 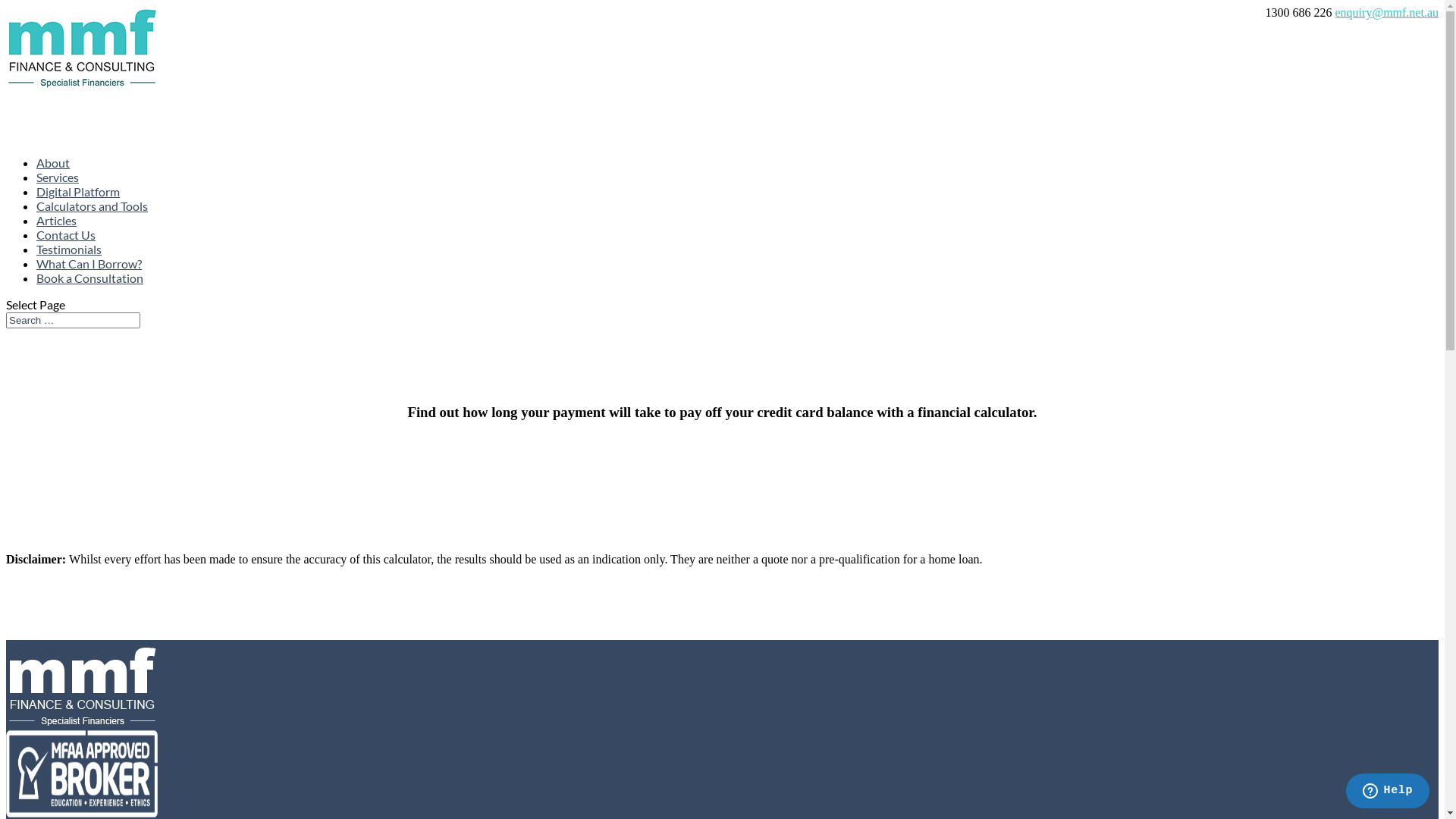 What do you see at coordinates (36, 215) in the screenshot?
I see `'Digital Platform'` at bounding box center [36, 215].